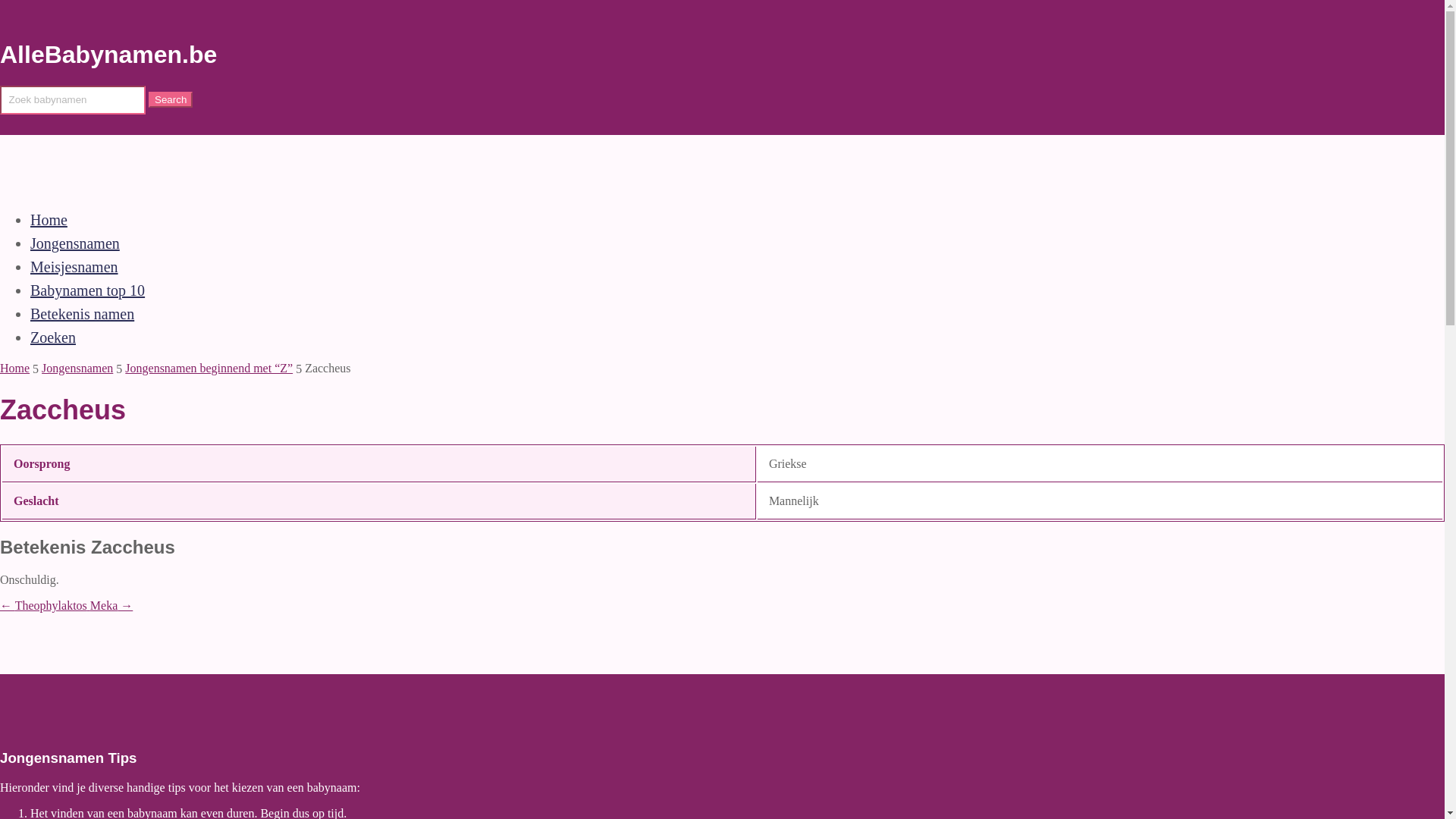 The height and width of the screenshot is (819, 1456). I want to click on 'Home', so click(49, 219).